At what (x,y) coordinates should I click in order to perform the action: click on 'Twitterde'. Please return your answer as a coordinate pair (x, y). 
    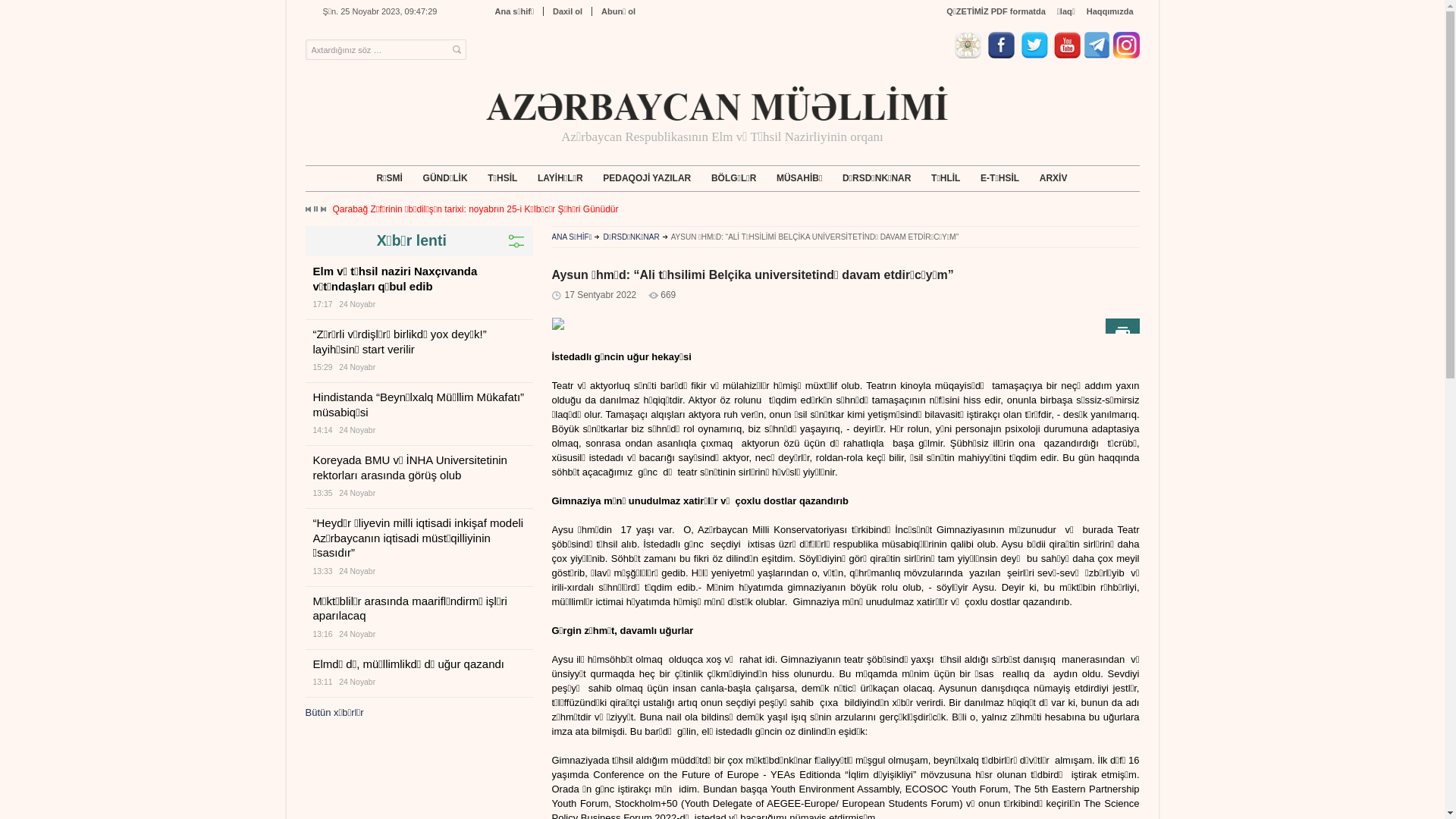
    Looking at the image, I should click on (1036, 54).